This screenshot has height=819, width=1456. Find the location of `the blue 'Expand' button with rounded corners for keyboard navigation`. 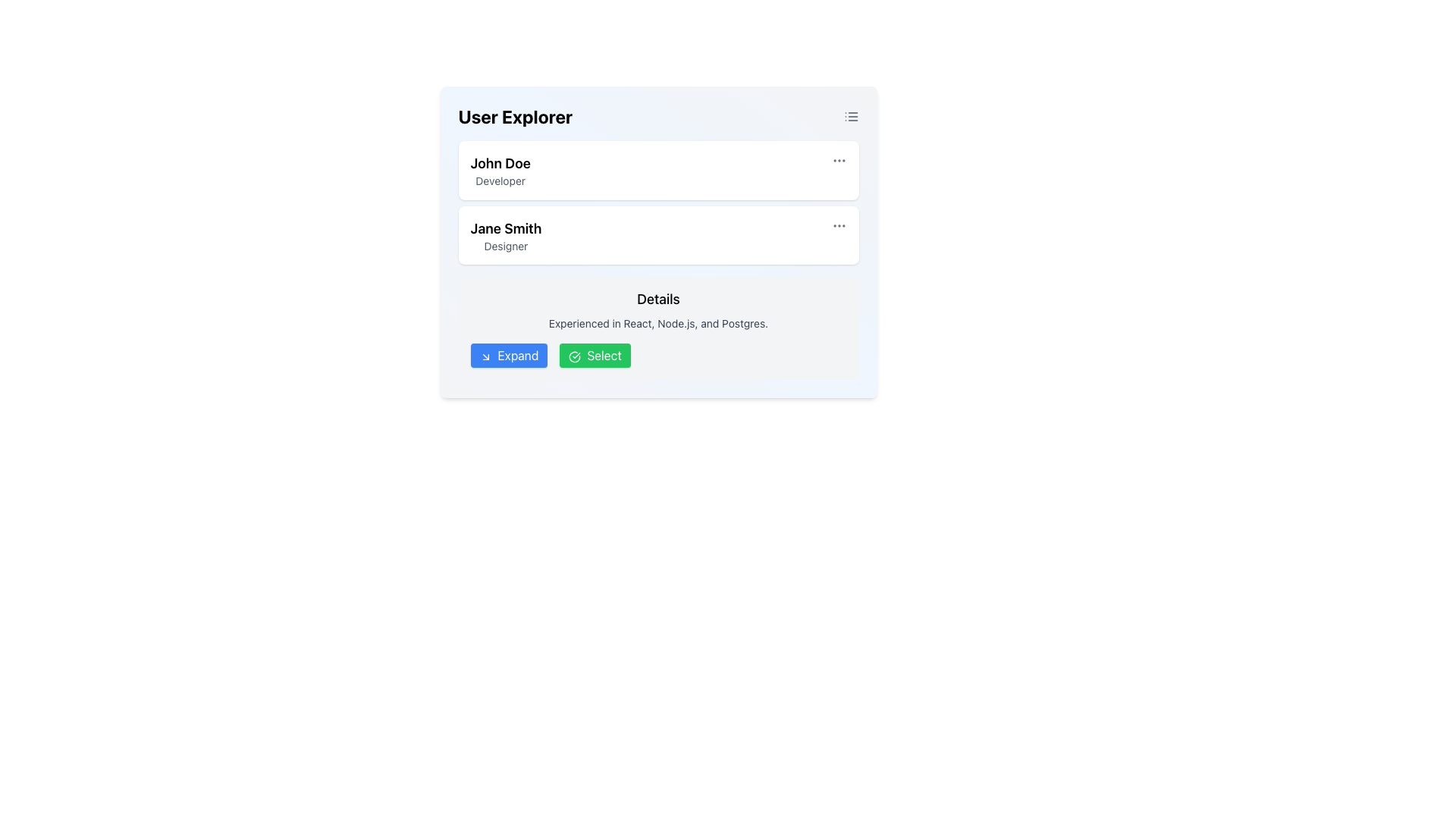

the blue 'Expand' button with rounded corners for keyboard navigation is located at coordinates (509, 356).